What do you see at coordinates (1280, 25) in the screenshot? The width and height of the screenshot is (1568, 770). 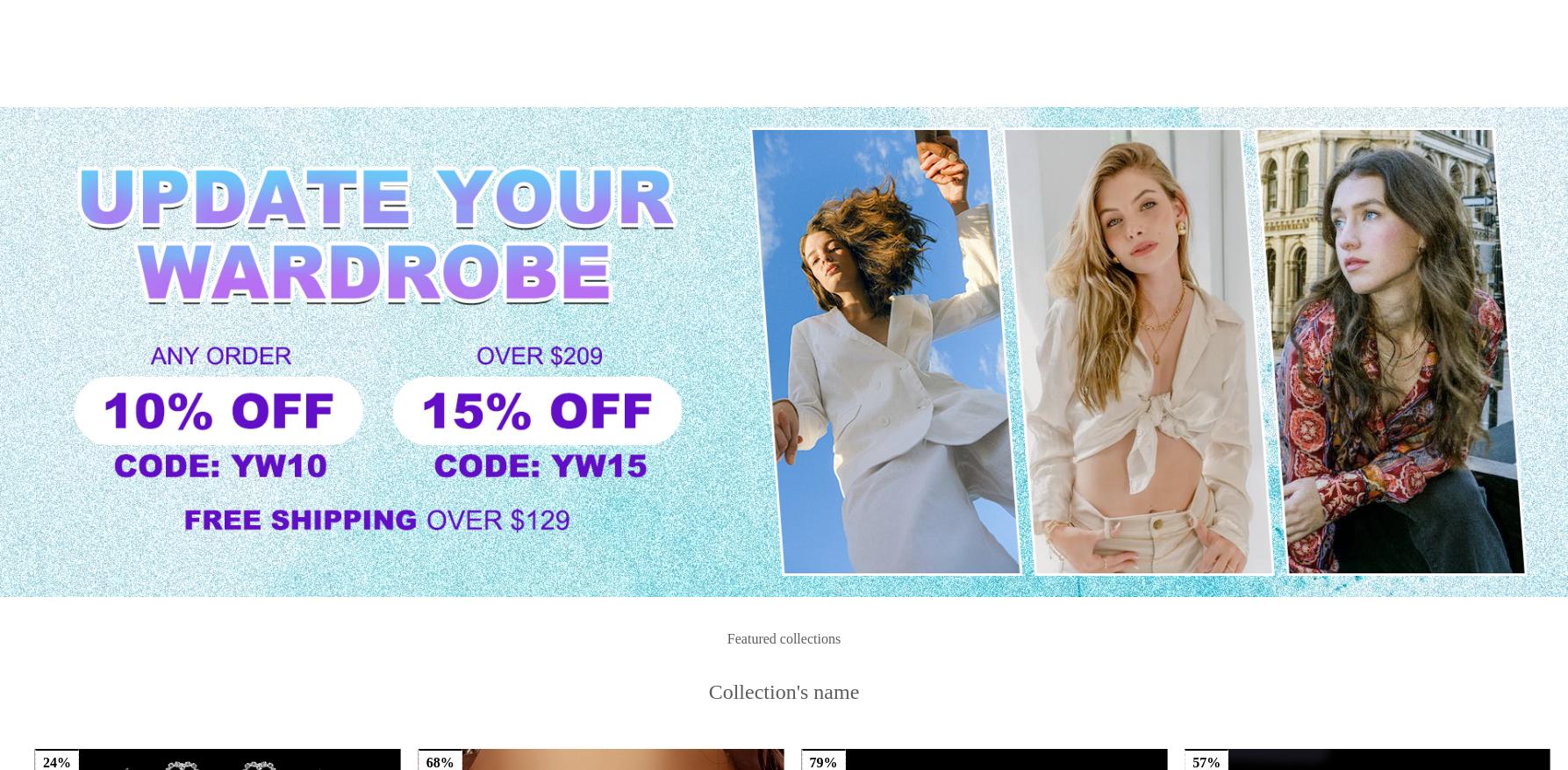 I see `'Message'` at bounding box center [1280, 25].